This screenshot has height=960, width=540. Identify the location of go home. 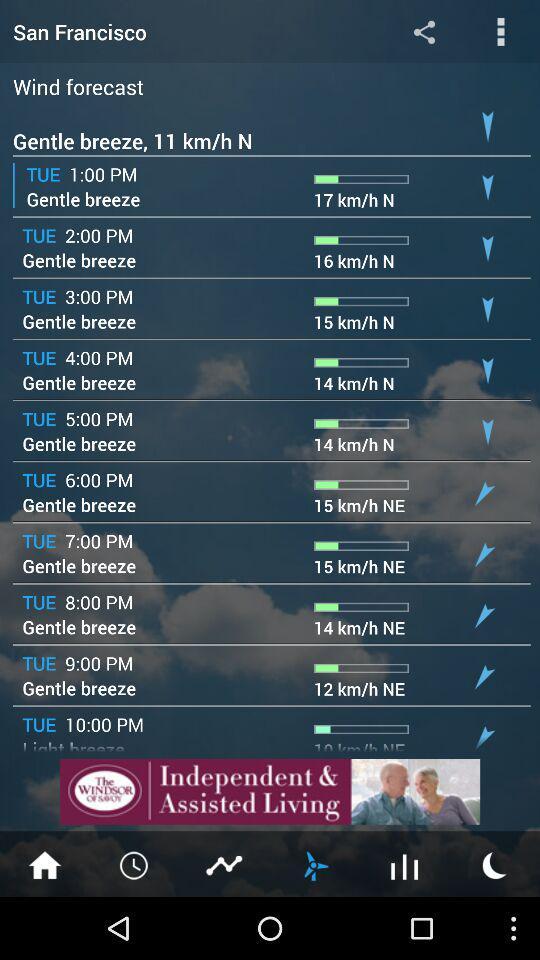
(44, 863).